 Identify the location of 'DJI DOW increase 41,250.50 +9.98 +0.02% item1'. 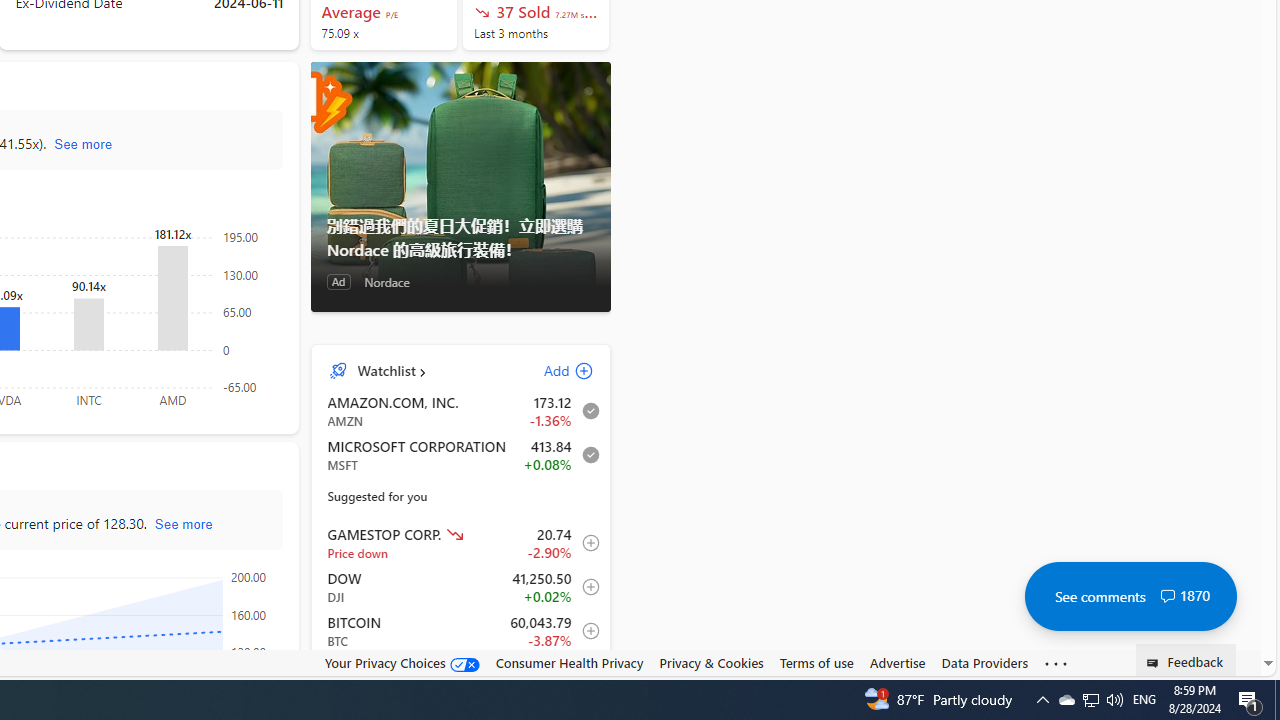
(460, 586).